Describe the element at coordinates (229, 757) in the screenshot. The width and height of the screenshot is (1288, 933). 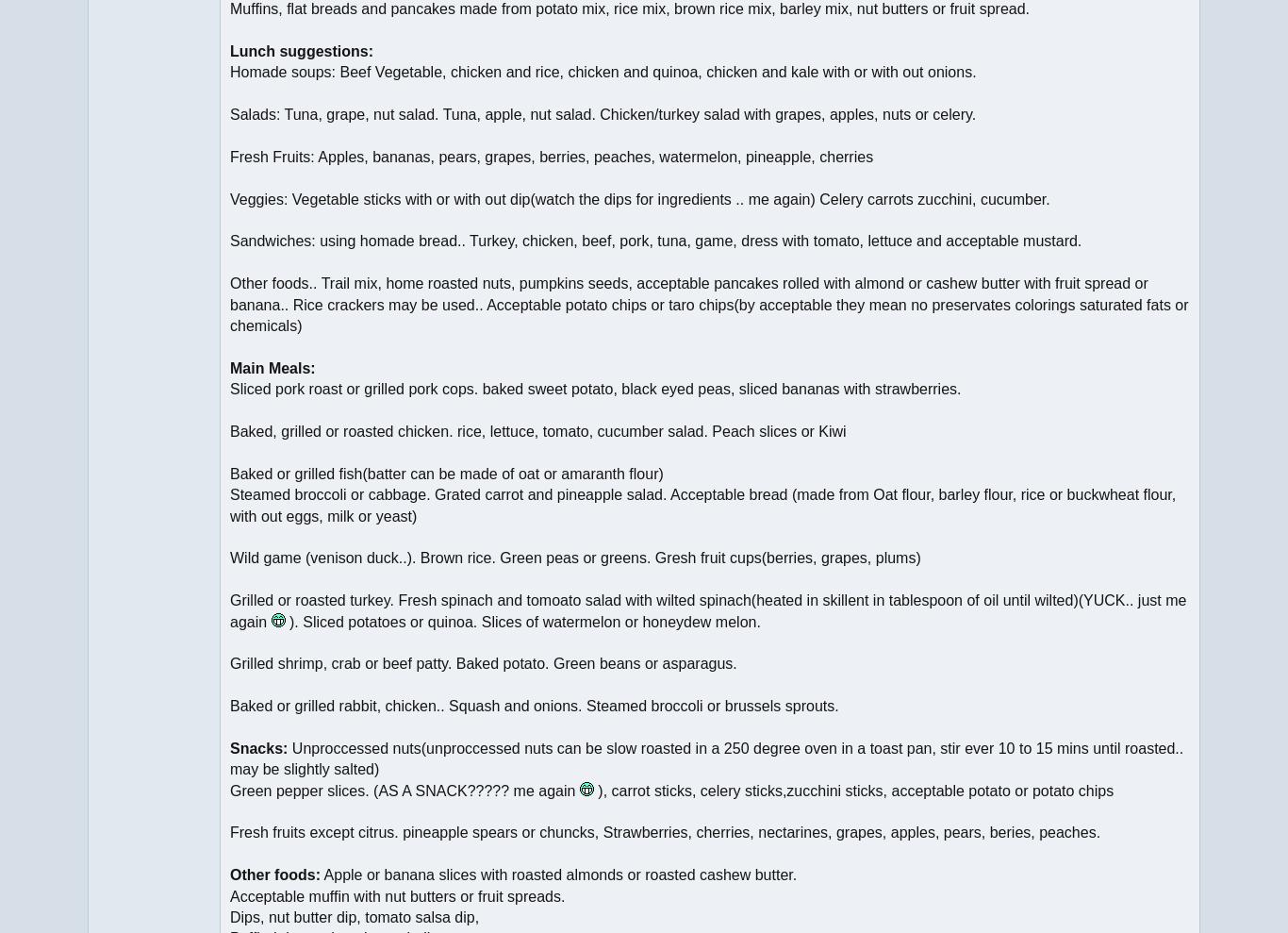
I see `'Unproccessed nuts(unproccessed nuts can be slow roasted in a 250 degree oven in a toast pan, stir ever 10 to 15 mins until roasted.. may be slightly salted)'` at that location.